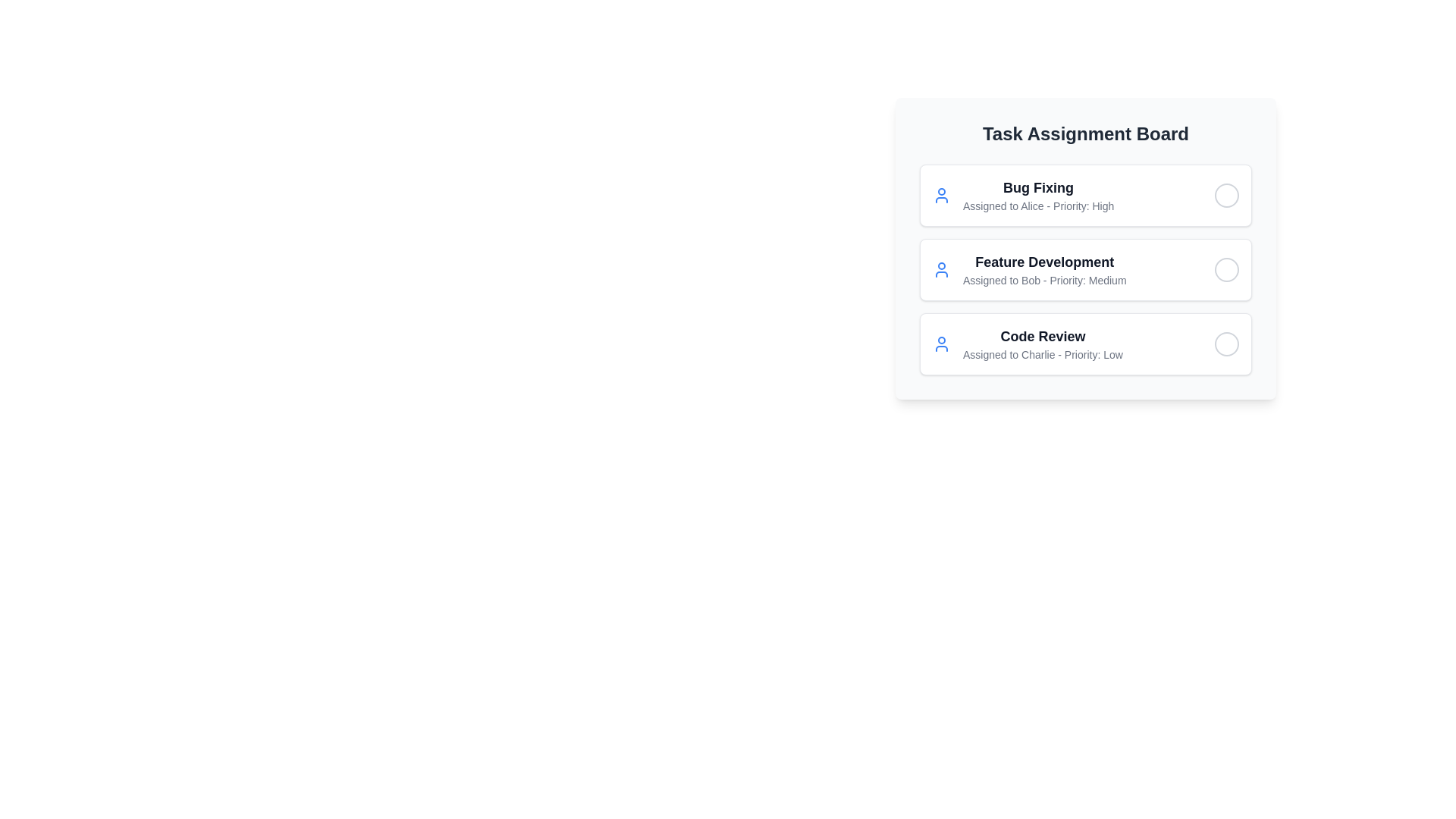  I want to click on the interactive button located in the top right corner of the task card labeled 'Bug Fixing - Assigned to Alice - Priority: High' on the 'Task Assignment Board', so click(1226, 195).